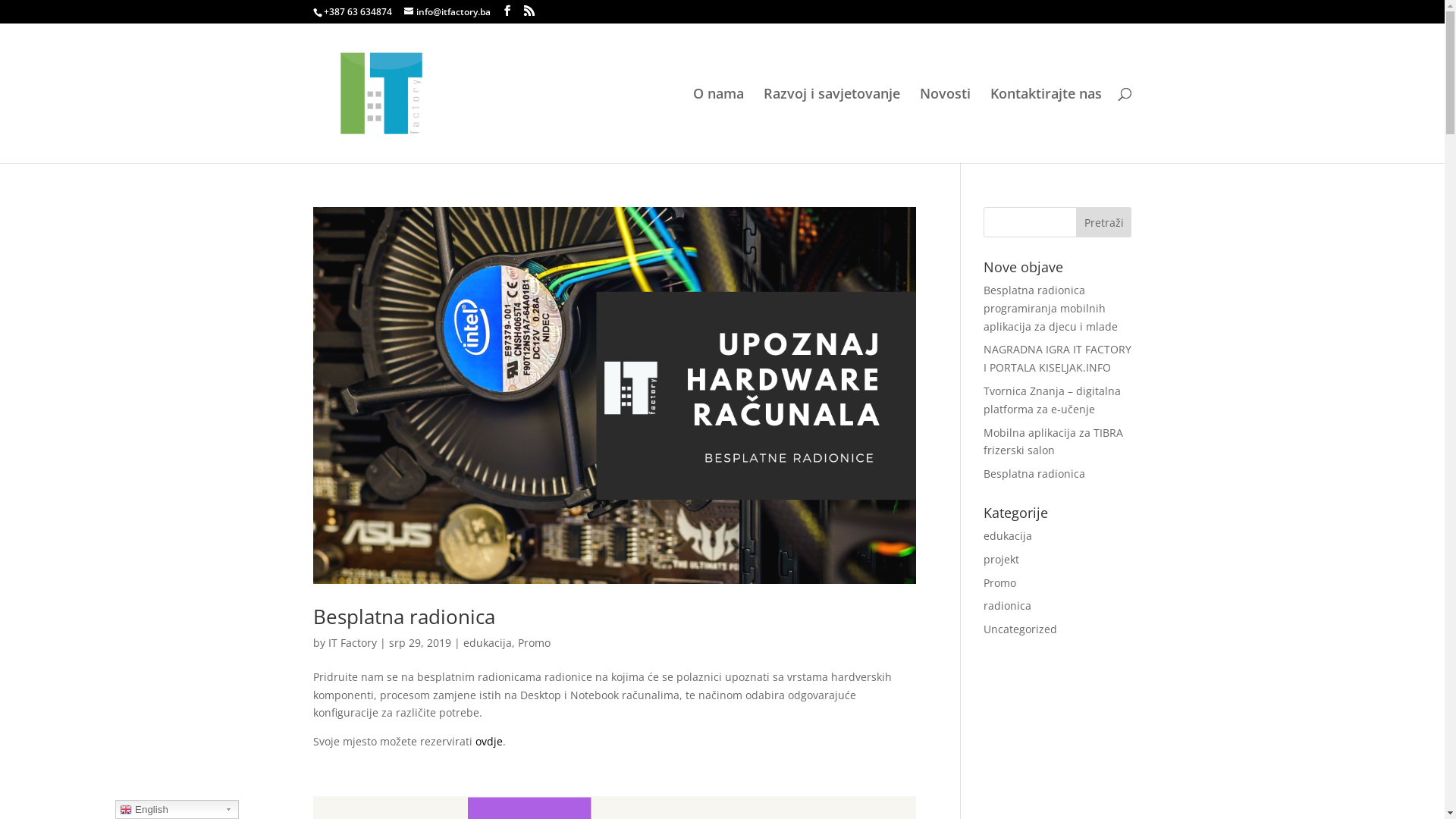 Image resolution: width=1456 pixels, height=819 pixels. Describe the element at coordinates (446, 11) in the screenshot. I see `'info@itfactory.ba'` at that location.